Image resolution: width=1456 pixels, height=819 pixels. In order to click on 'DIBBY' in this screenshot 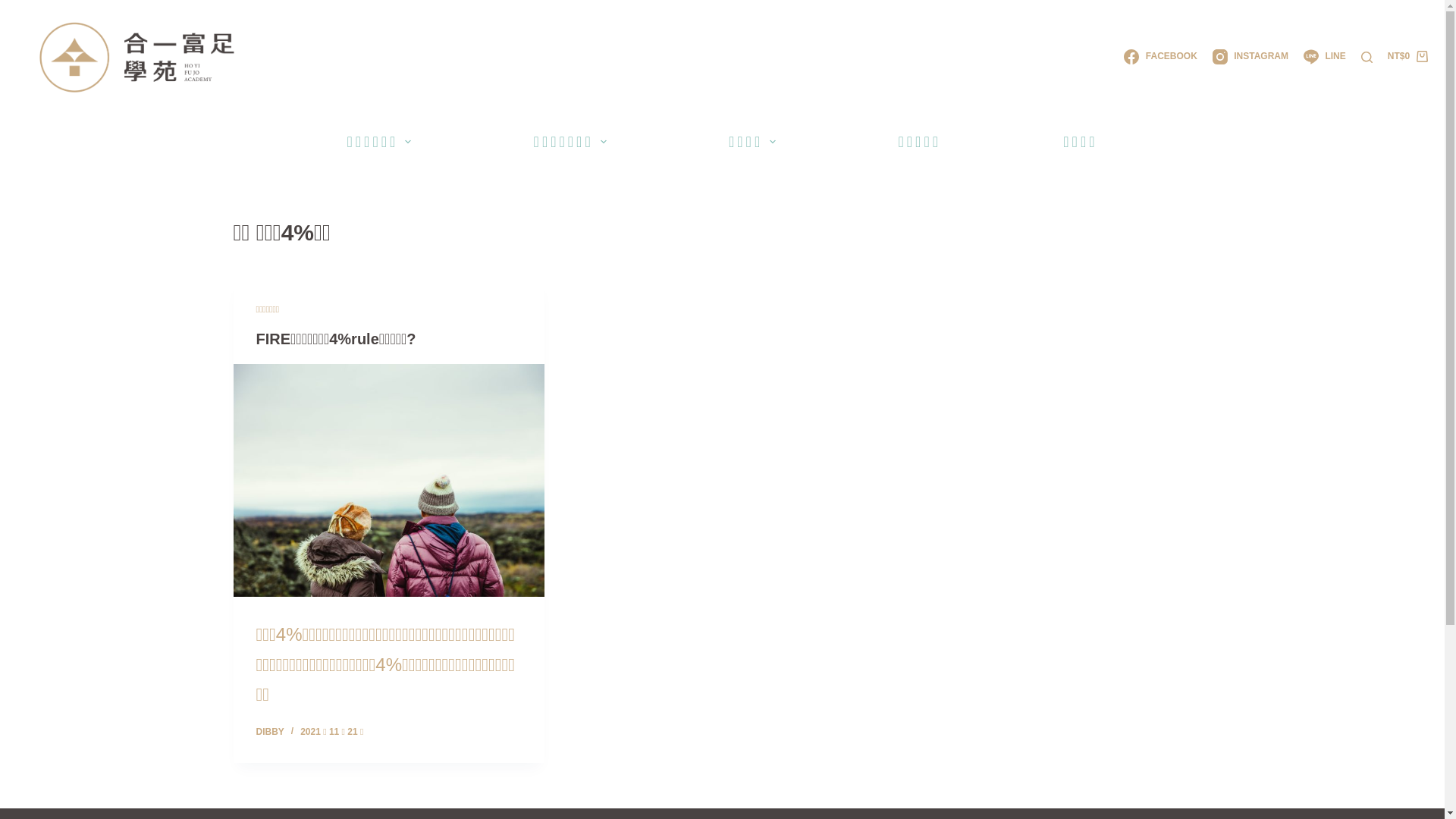, I will do `click(270, 730)`.